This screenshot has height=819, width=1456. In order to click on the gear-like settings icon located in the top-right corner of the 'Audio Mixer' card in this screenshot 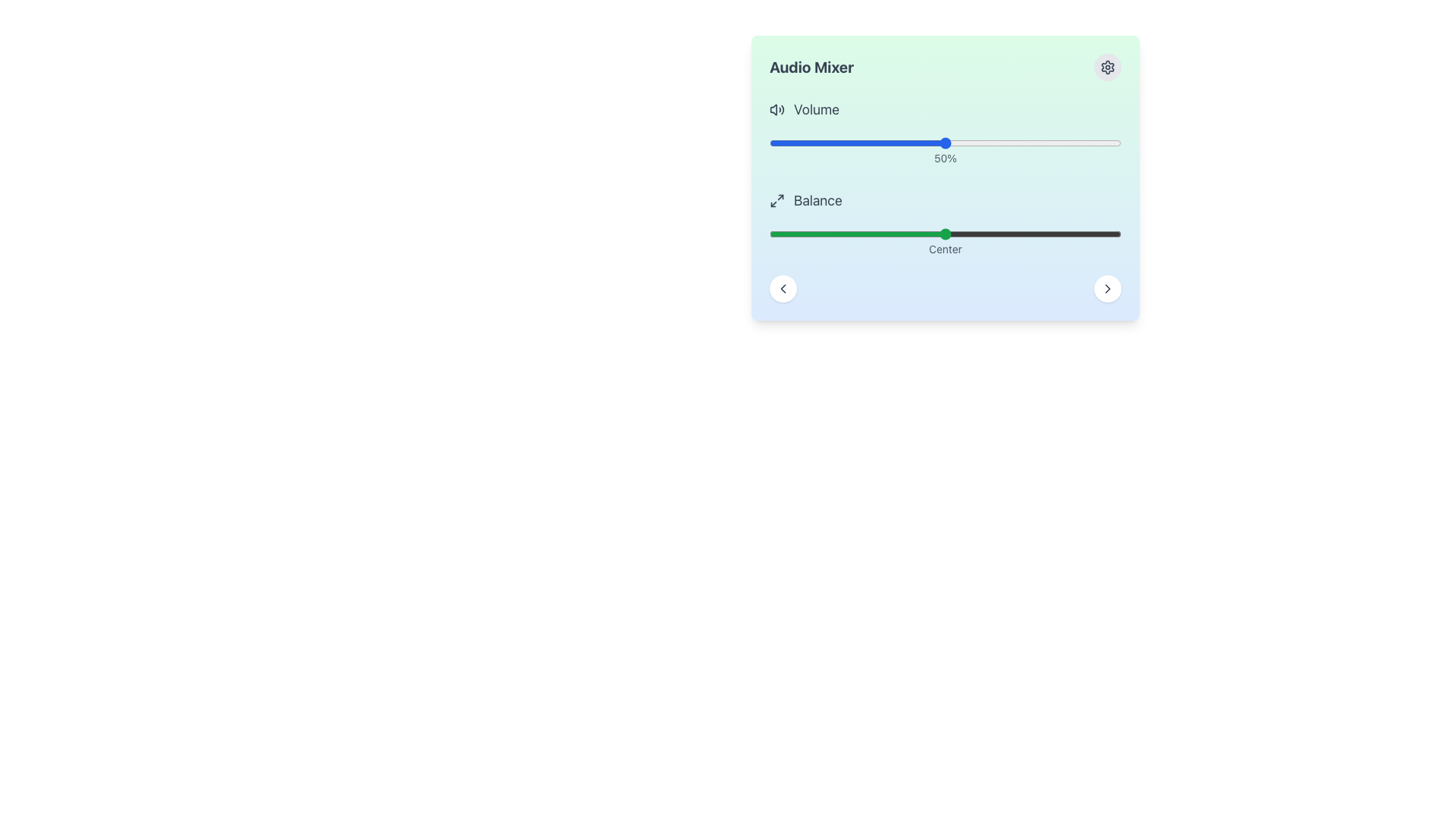, I will do `click(1107, 66)`.